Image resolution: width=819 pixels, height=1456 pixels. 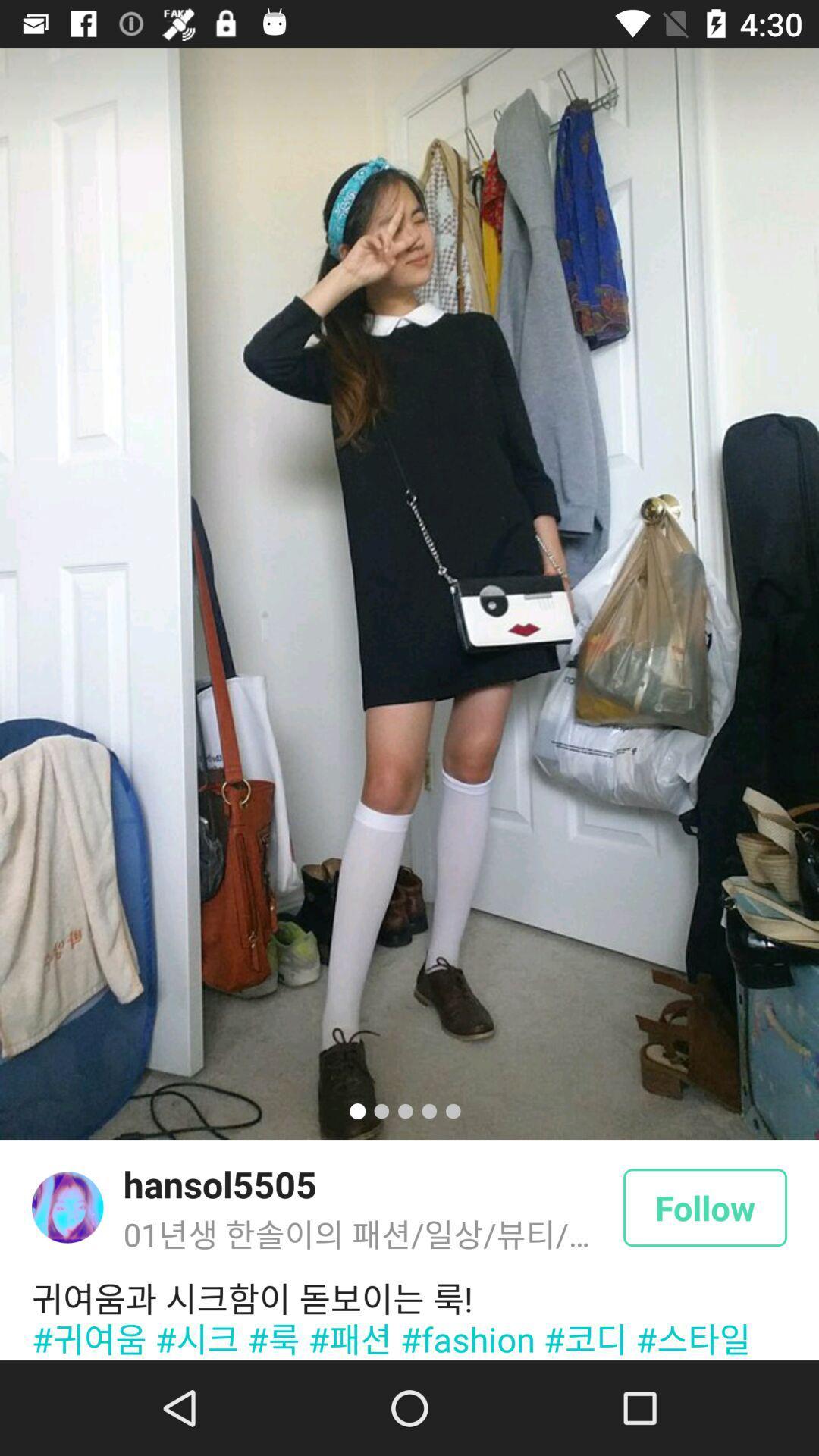 What do you see at coordinates (67, 1207) in the screenshot?
I see `the item to the left of the hansol5505` at bounding box center [67, 1207].